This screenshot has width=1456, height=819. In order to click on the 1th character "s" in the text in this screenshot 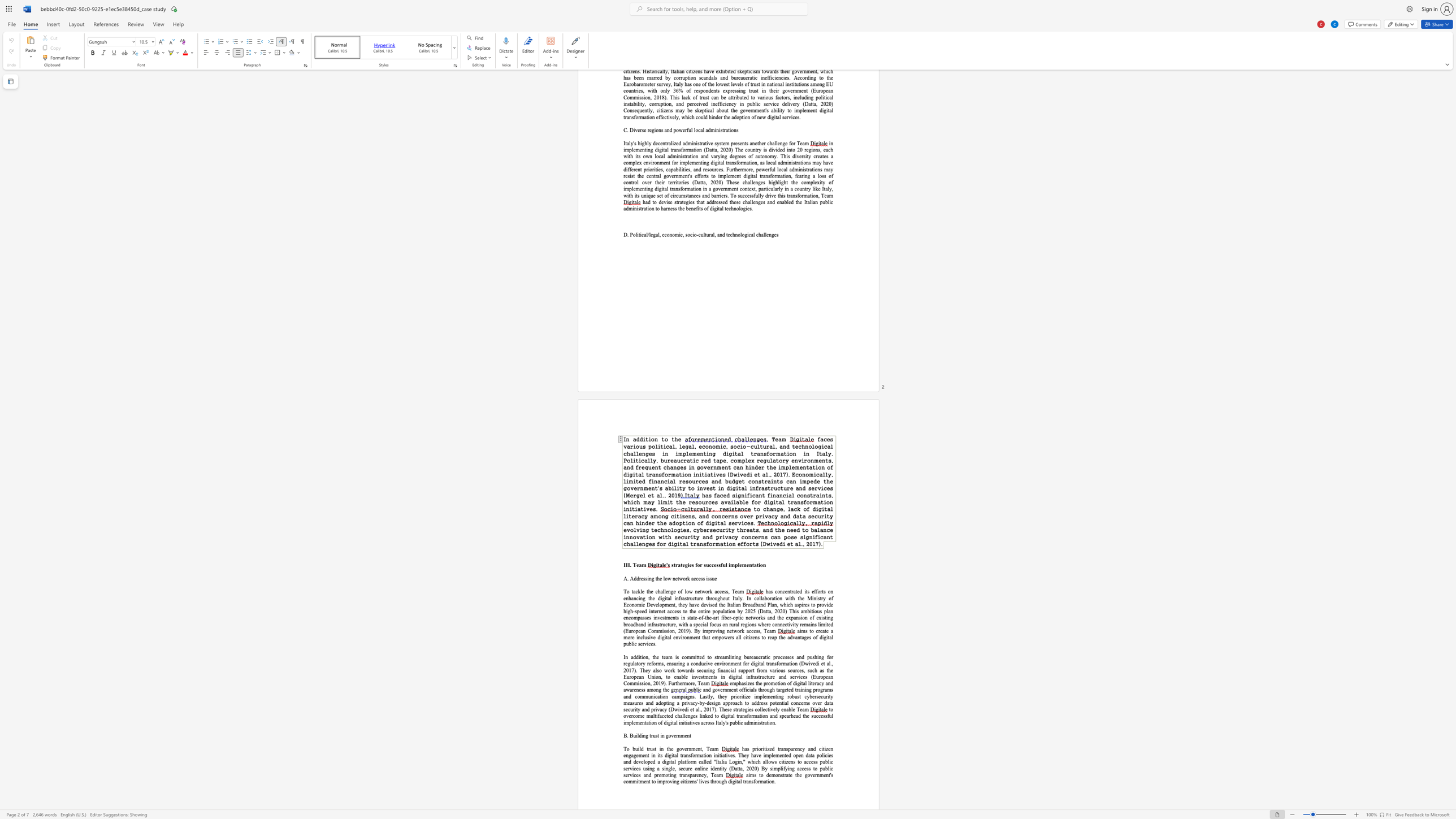, I will do `click(672, 564)`.